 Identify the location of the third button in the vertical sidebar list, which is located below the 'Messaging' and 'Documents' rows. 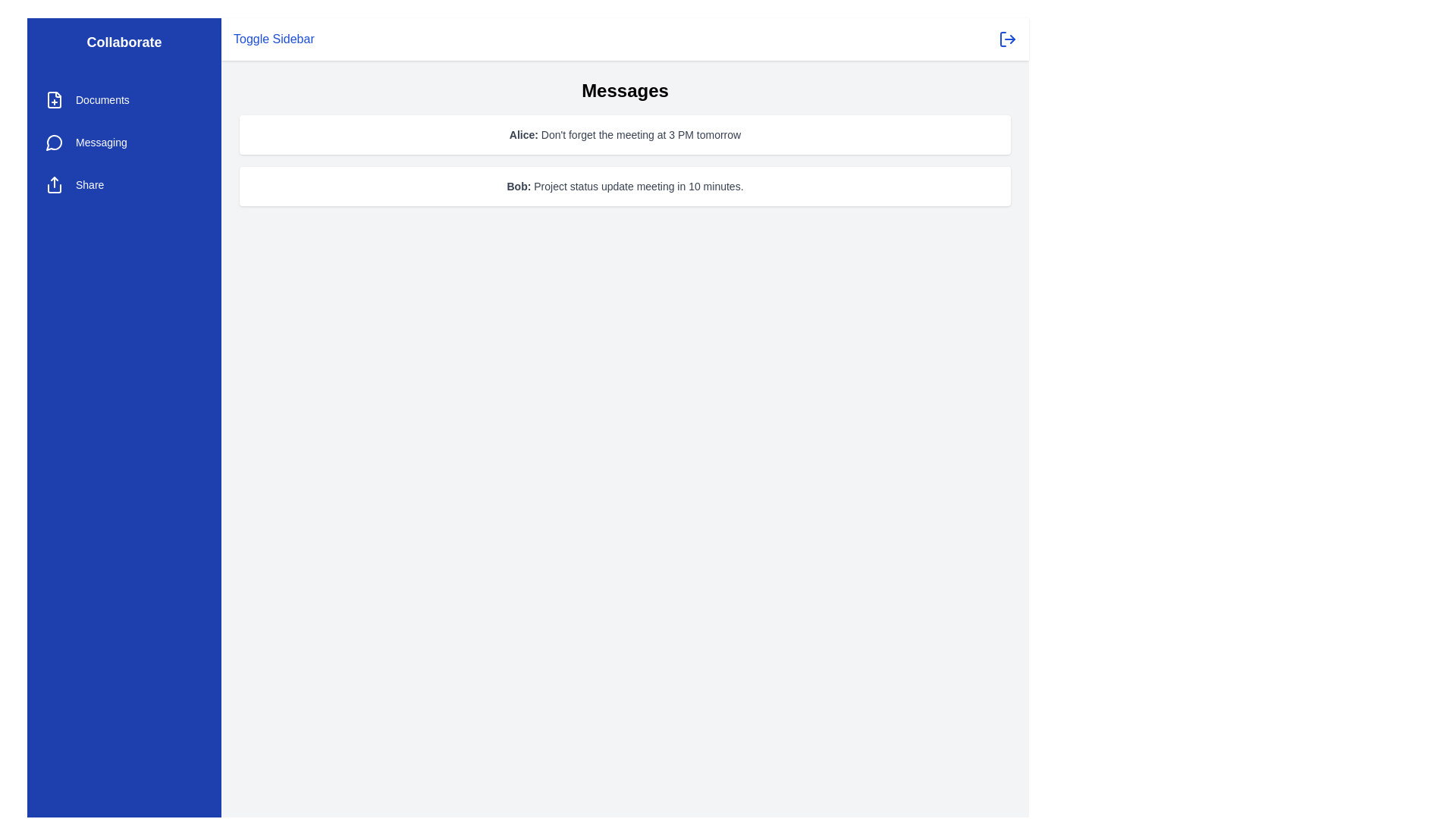
(124, 184).